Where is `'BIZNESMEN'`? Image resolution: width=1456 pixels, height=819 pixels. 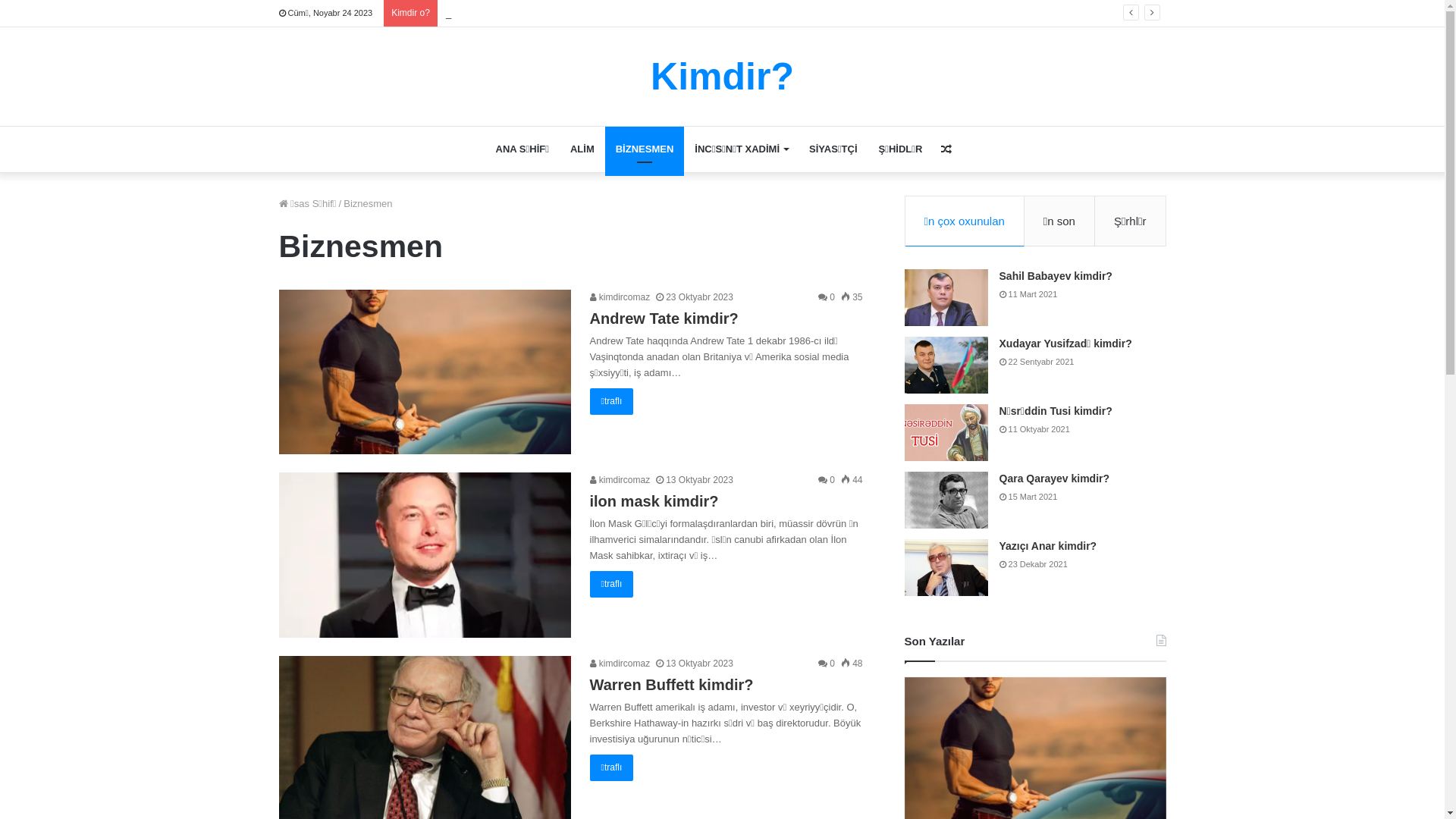 'BIZNESMEN' is located at coordinates (645, 149).